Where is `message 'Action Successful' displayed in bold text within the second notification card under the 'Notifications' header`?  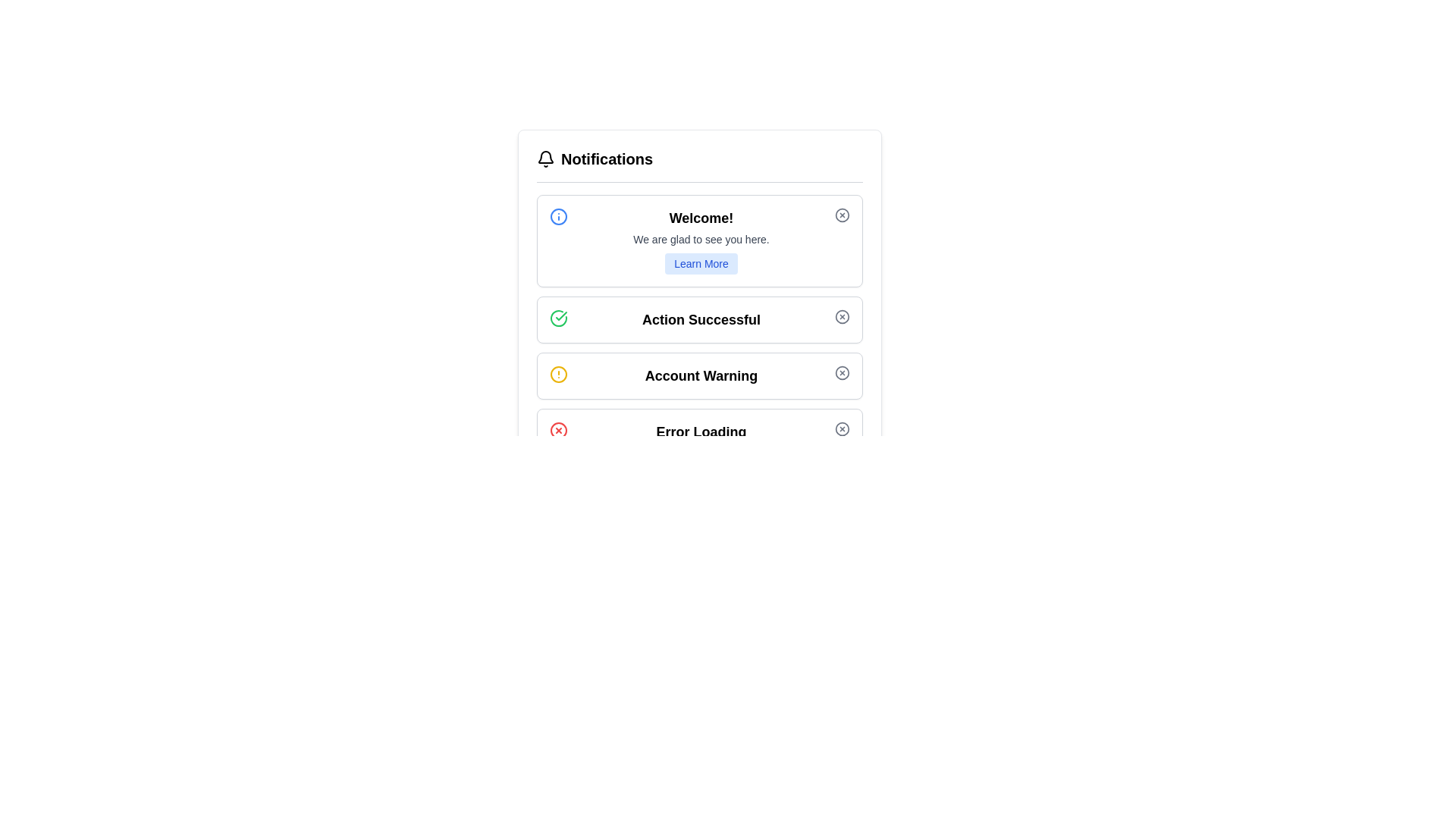
message 'Action Successful' displayed in bold text within the second notification card under the 'Notifications' header is located at coordinates (701, 318).